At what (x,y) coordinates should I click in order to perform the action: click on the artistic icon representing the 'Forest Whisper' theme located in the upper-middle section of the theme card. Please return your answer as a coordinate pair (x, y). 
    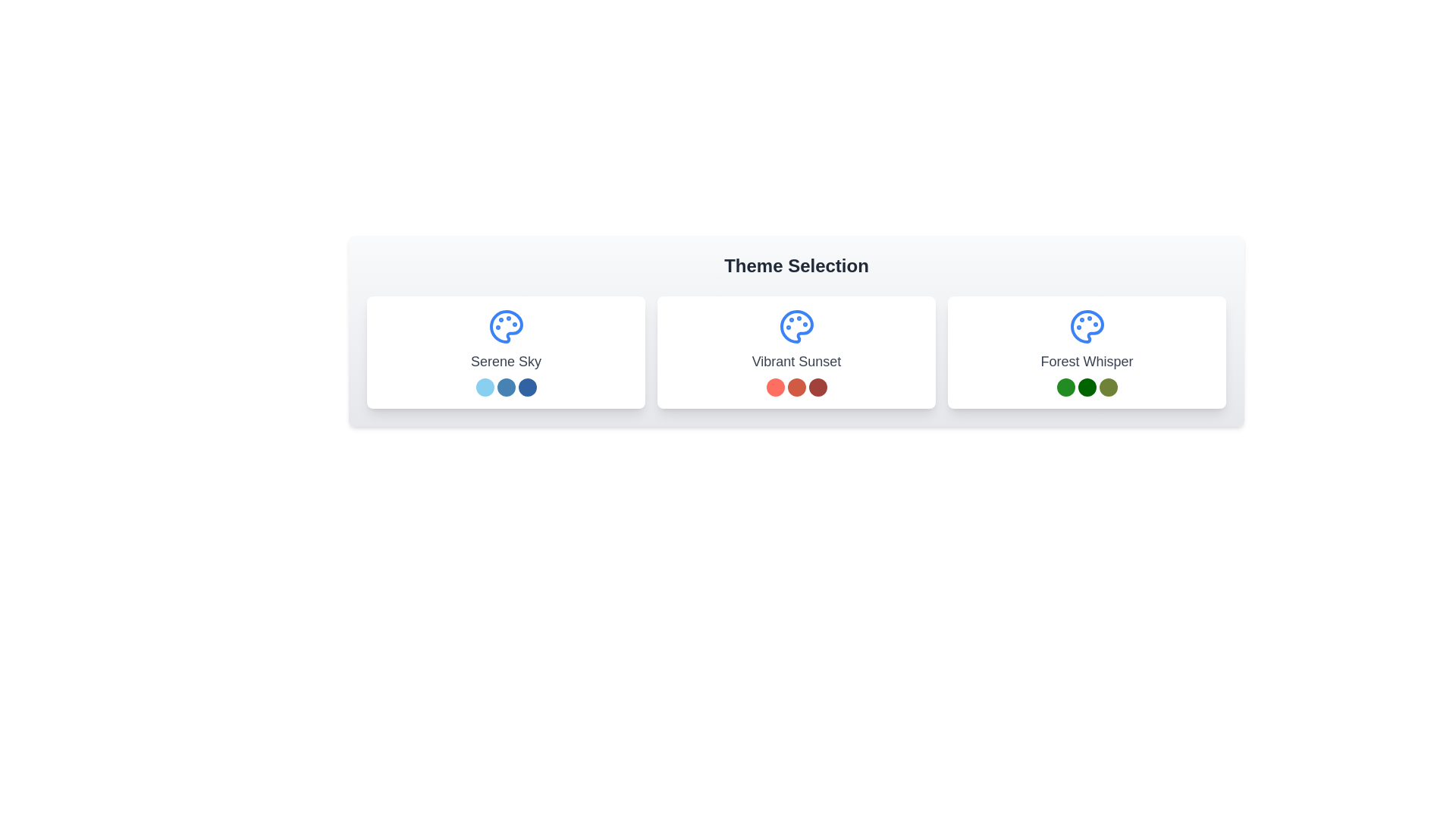
    Looking at the image, I should click on (1086, 326).